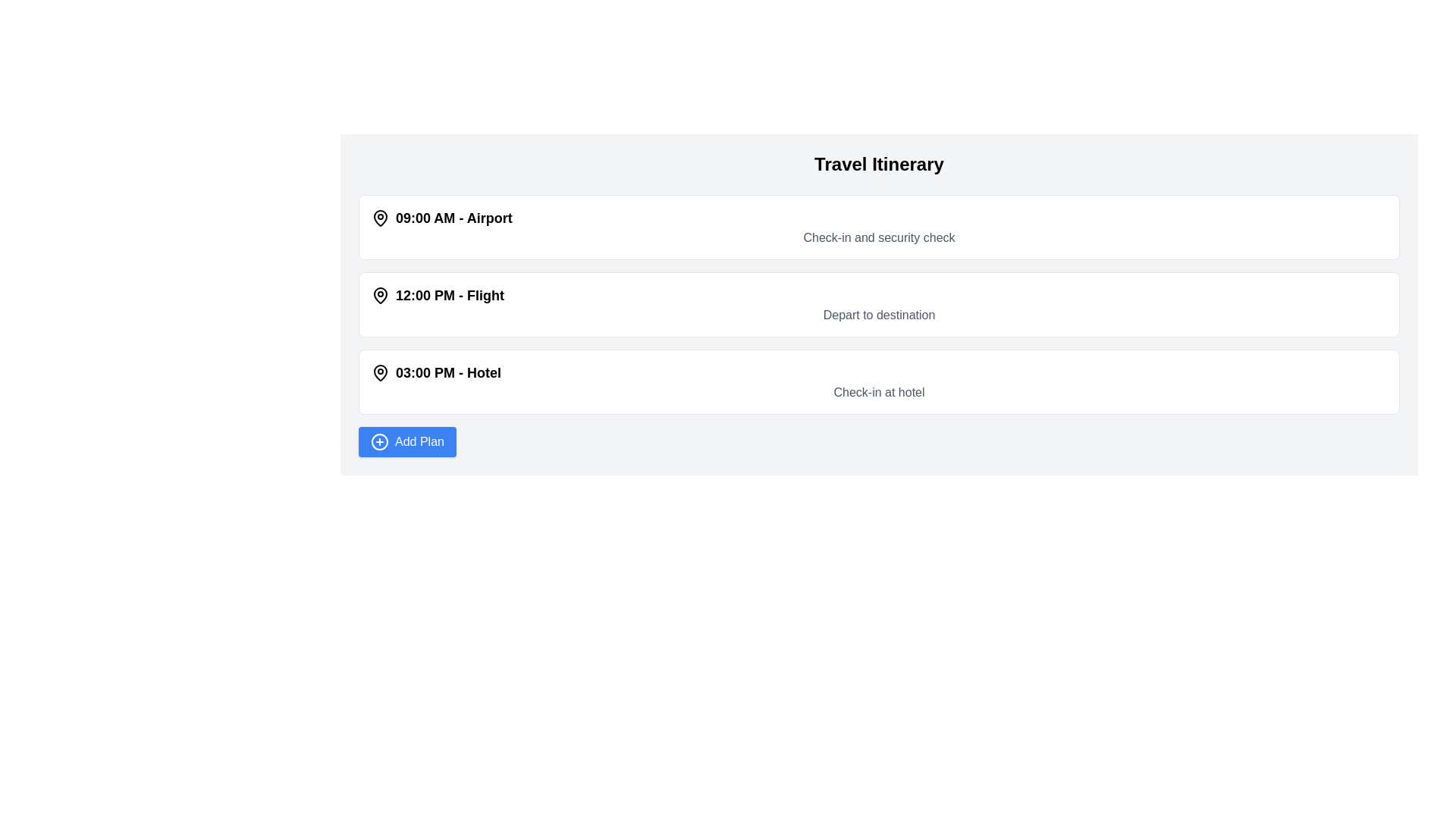  I want to click on the text element styled with gray color reading 'Check-in at hotel' located in the third item of the travel itinerary list, positioned below the '03:00 PM - Hotel' title, so click(879, 391).